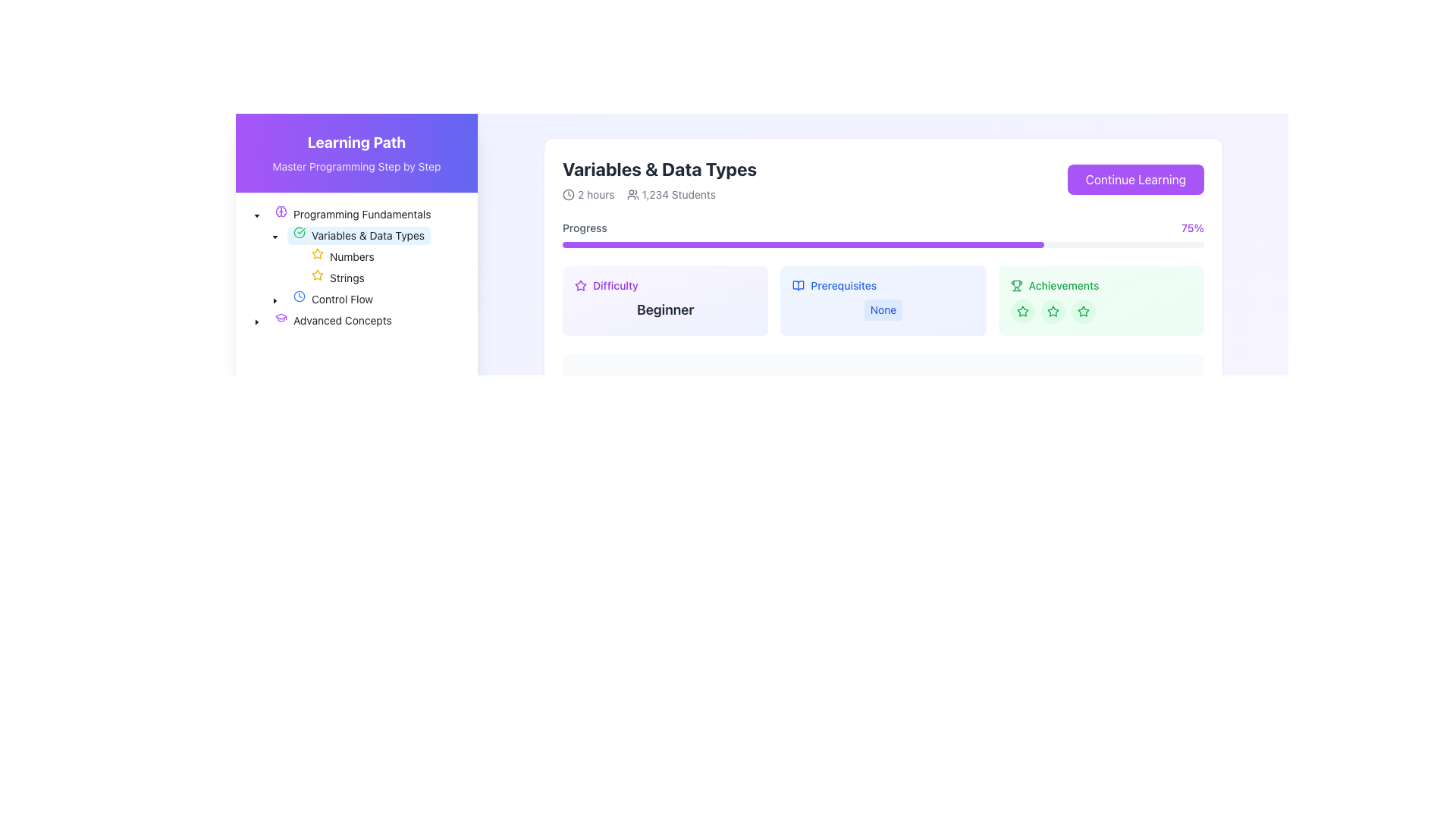 Image resolution: width=1456 pixels, height=819 pixels. What do you see at coordinates (337, 278) in the screenshot?
I see `the navigational link labeled 'Strings', which is located to the right of a star icon with a yellow border` at bounding box center [337, 278].